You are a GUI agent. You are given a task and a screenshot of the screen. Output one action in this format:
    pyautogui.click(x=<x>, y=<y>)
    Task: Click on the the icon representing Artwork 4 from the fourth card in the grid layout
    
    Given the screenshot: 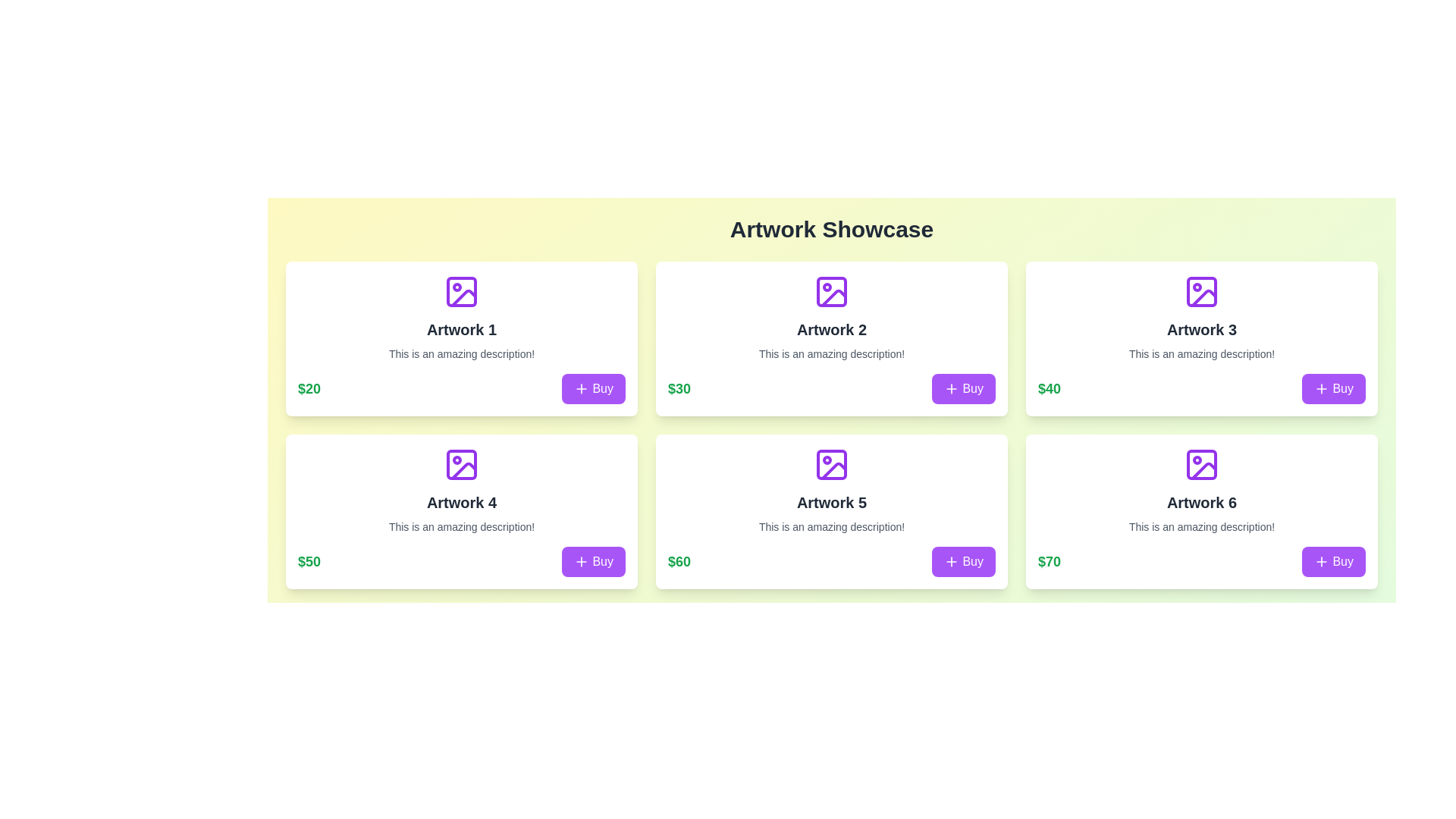 What is the action you would take?
    pyautogui.click(x=461, y=464)
    